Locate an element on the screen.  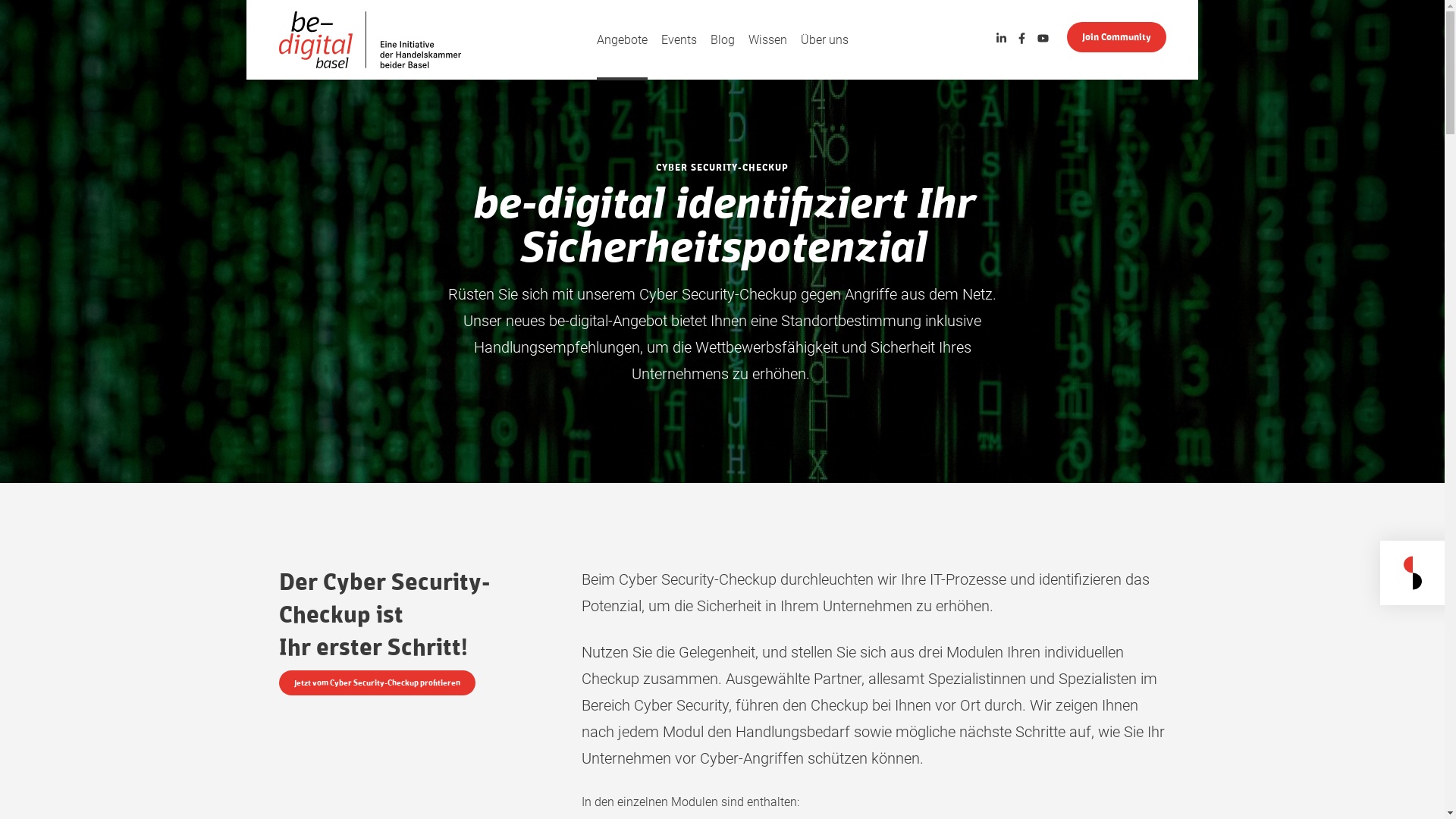
'Join Community' is located at coordinates (1116, 36).